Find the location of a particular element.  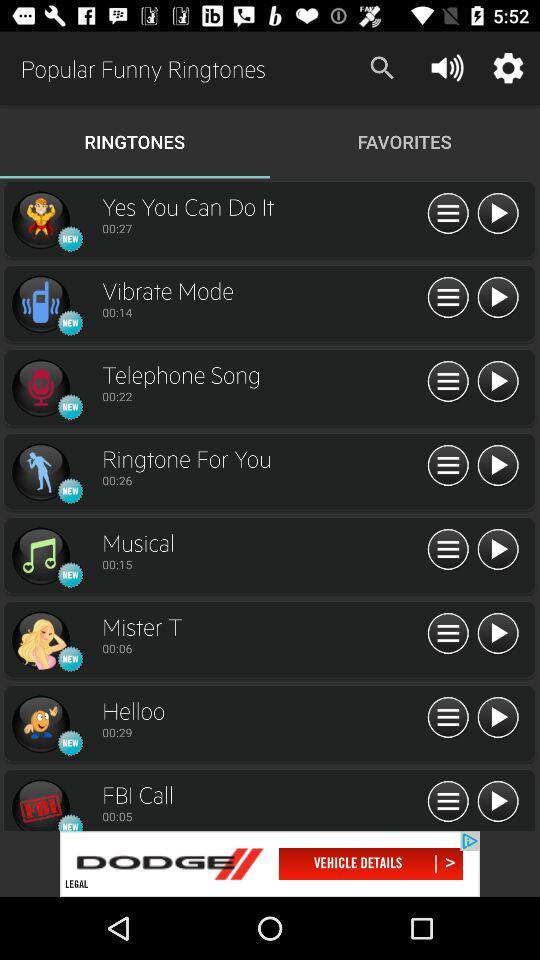

song is located at coordinates (496, 718).